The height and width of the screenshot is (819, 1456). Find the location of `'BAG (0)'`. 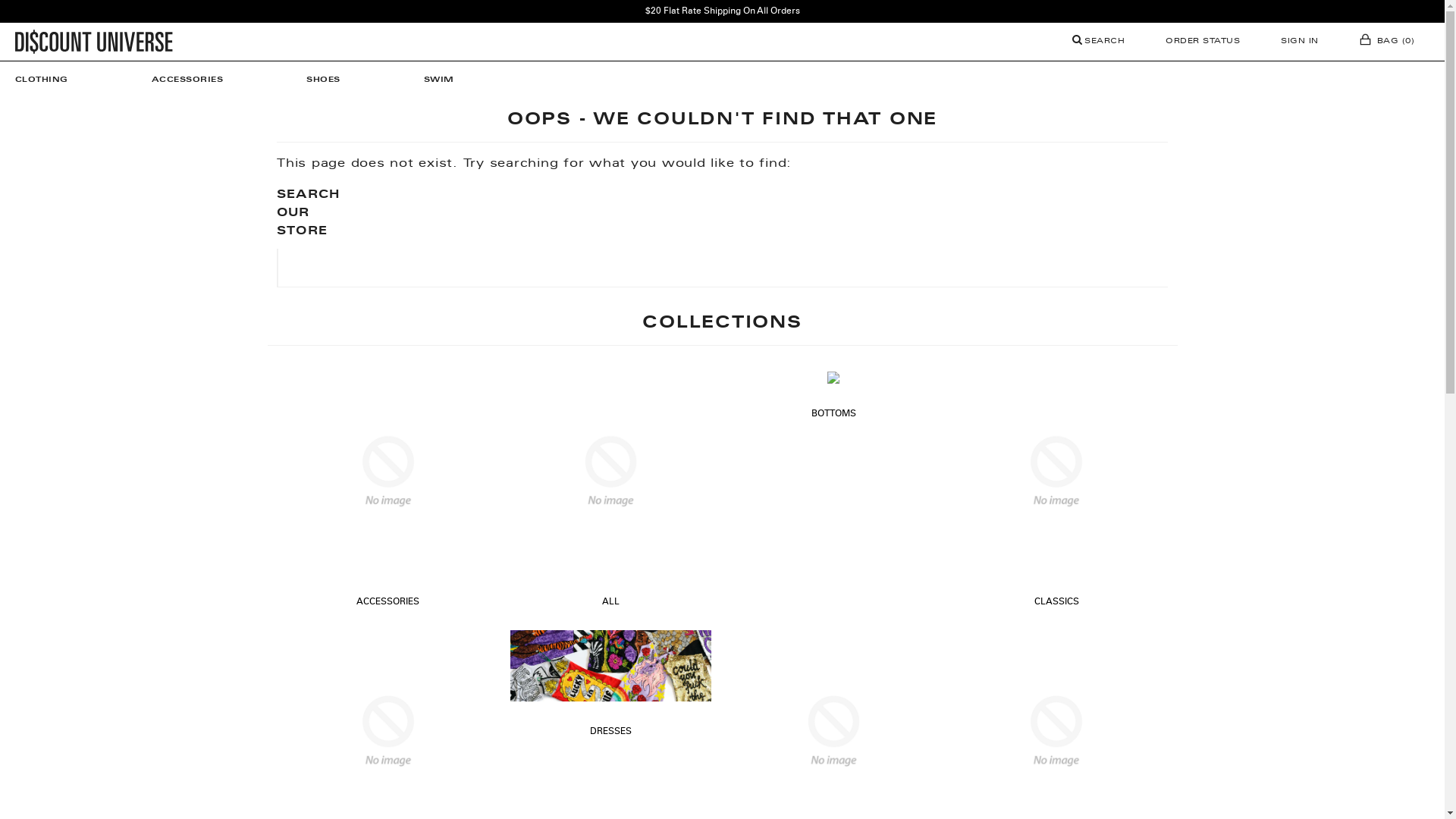

'BAG (0)' is located at coordinates (1386, 40).